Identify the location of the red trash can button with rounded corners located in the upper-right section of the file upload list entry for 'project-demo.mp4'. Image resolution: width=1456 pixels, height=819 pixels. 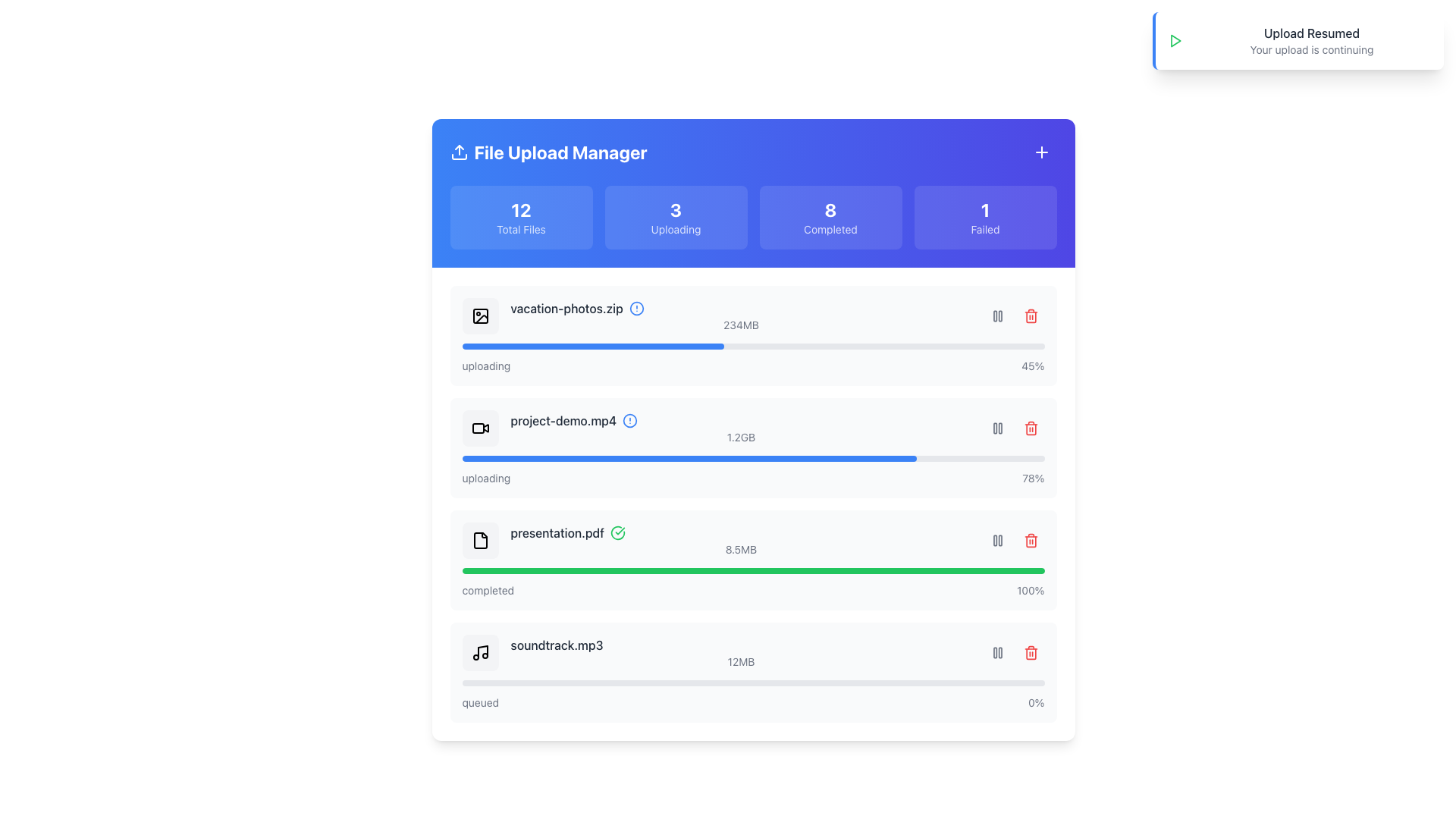
(1031, 315).